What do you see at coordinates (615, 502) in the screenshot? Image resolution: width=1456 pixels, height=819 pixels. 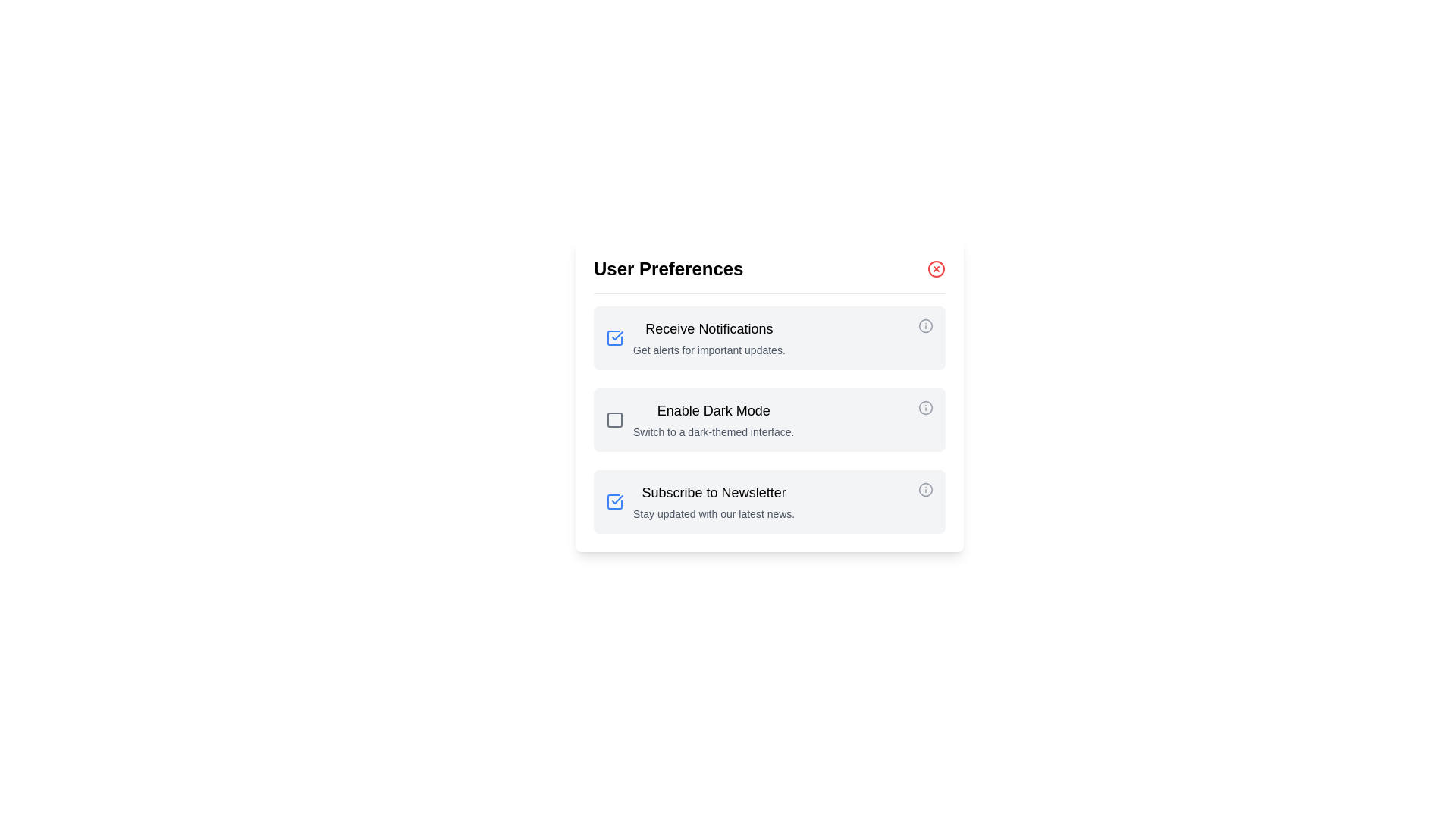 I see `the checkbox for 'Subscribe to Newsletter'` at bounding box center [615, 502].